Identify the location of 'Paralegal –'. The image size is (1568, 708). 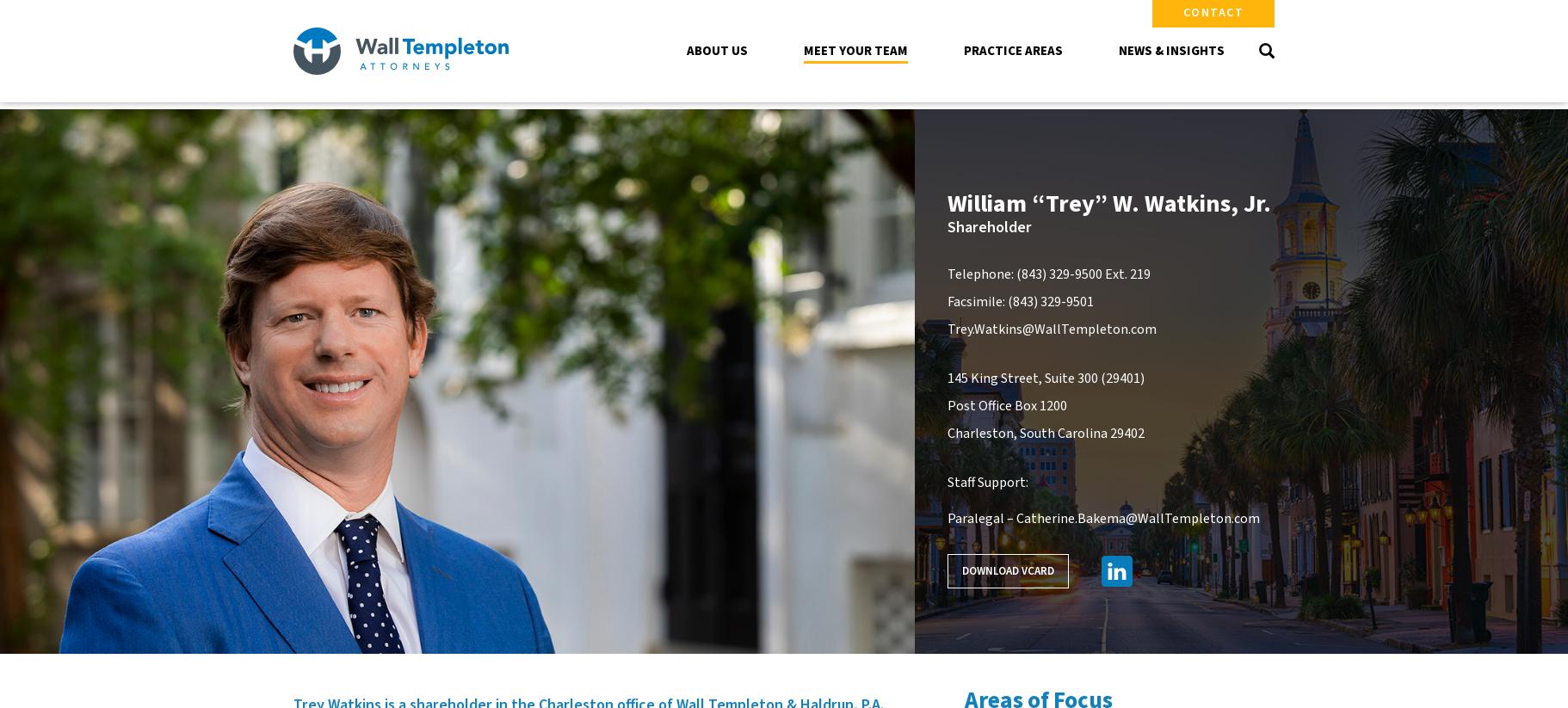
(980, 517).